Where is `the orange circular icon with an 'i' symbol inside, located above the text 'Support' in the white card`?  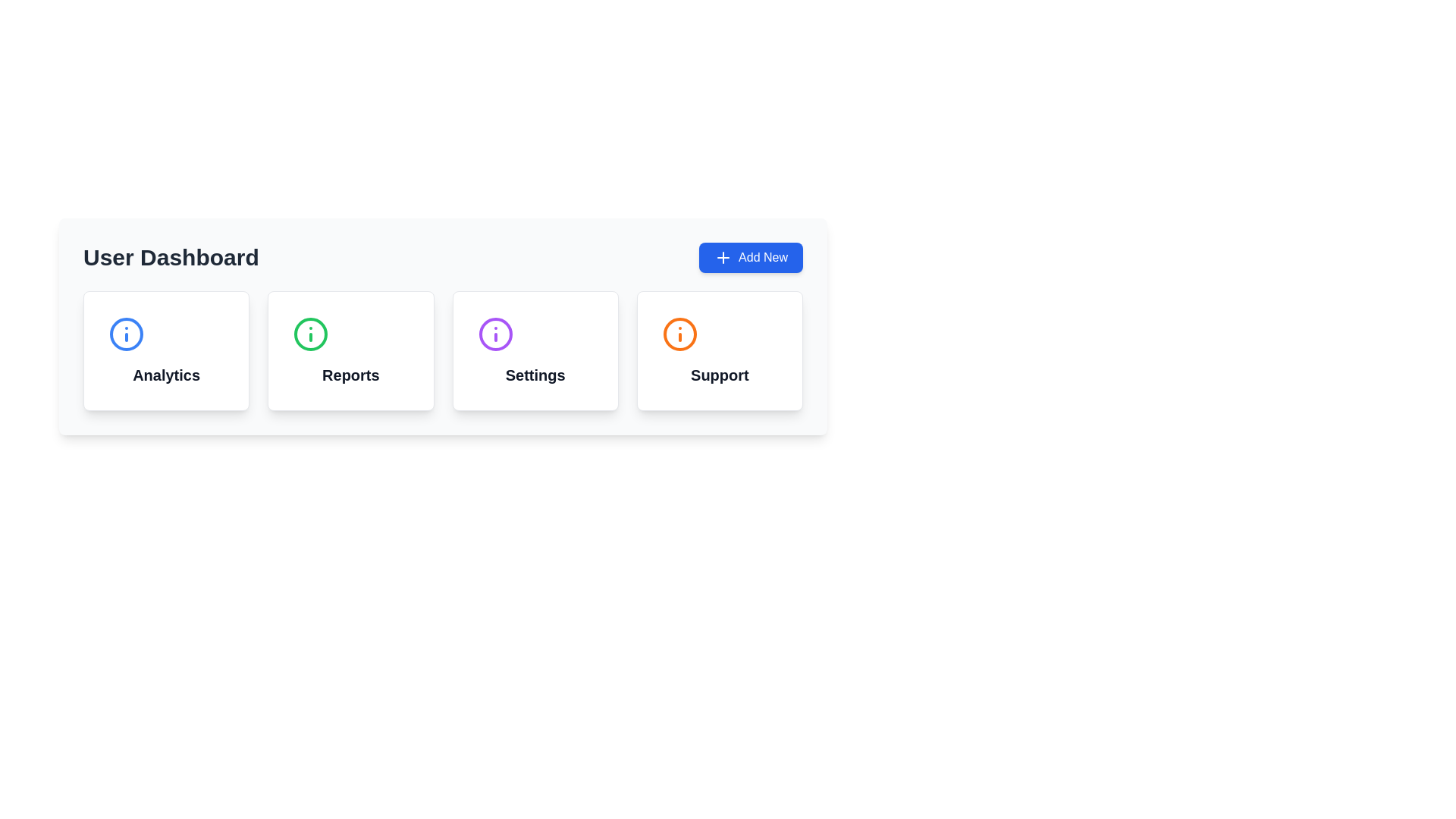 the orange circular icon with an 'i' symbol inside, located above the text 'Support' in the white card is located at coordinates (679, 333).